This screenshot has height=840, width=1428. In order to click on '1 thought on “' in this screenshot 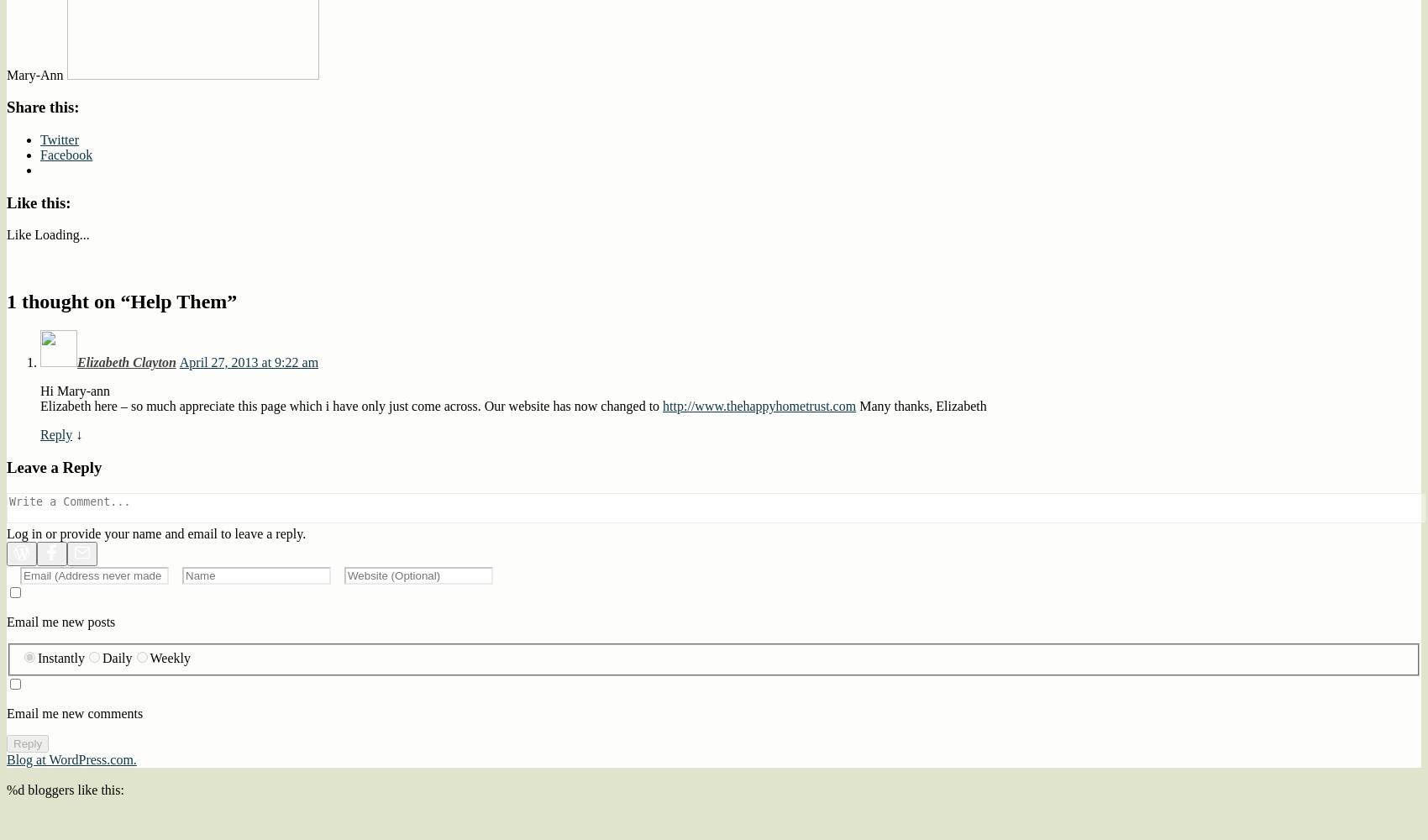, I will do `click(6, 301)`.